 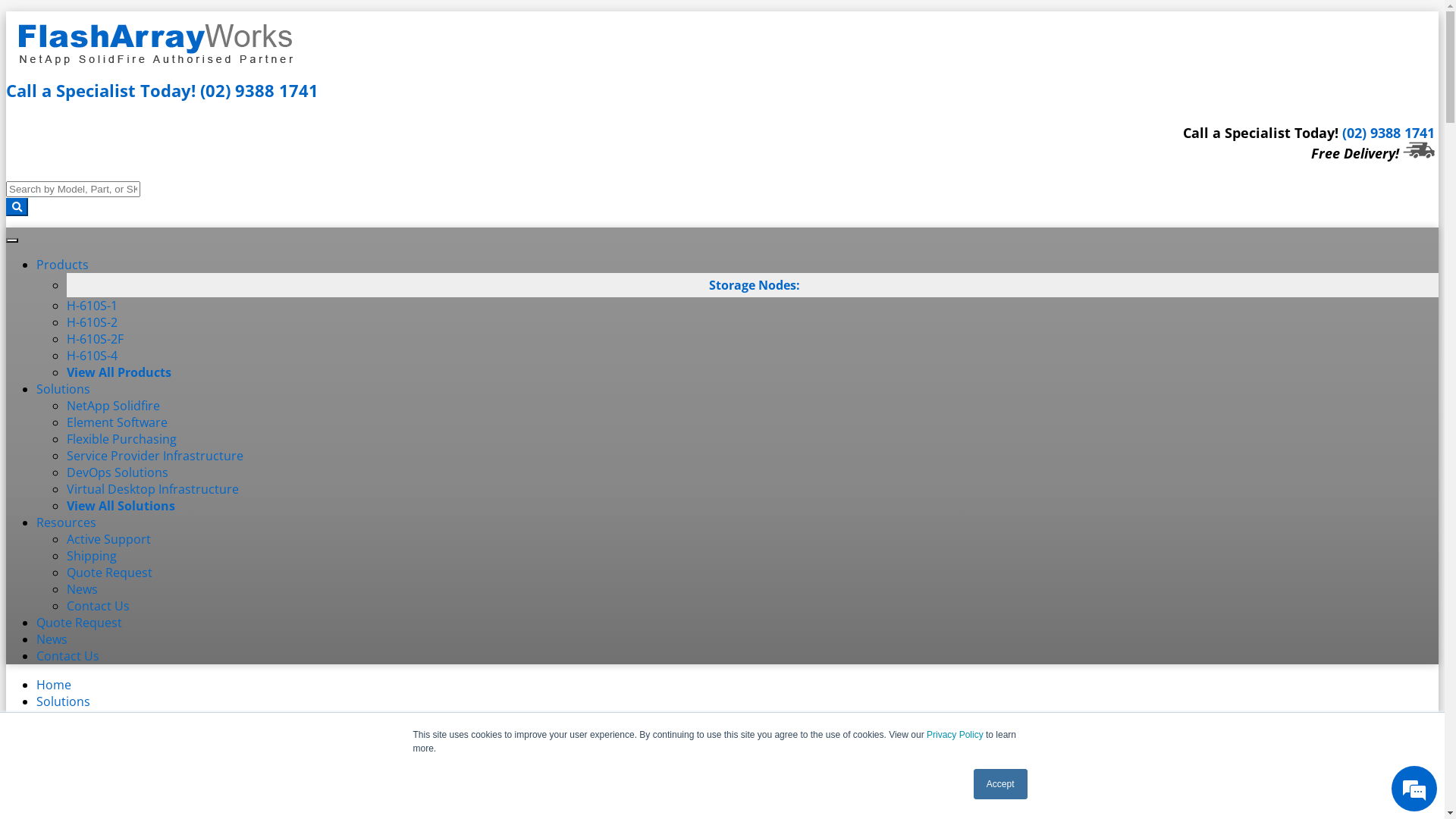 I want to click on 'Toggle navigation', so click(x=11, y=239).